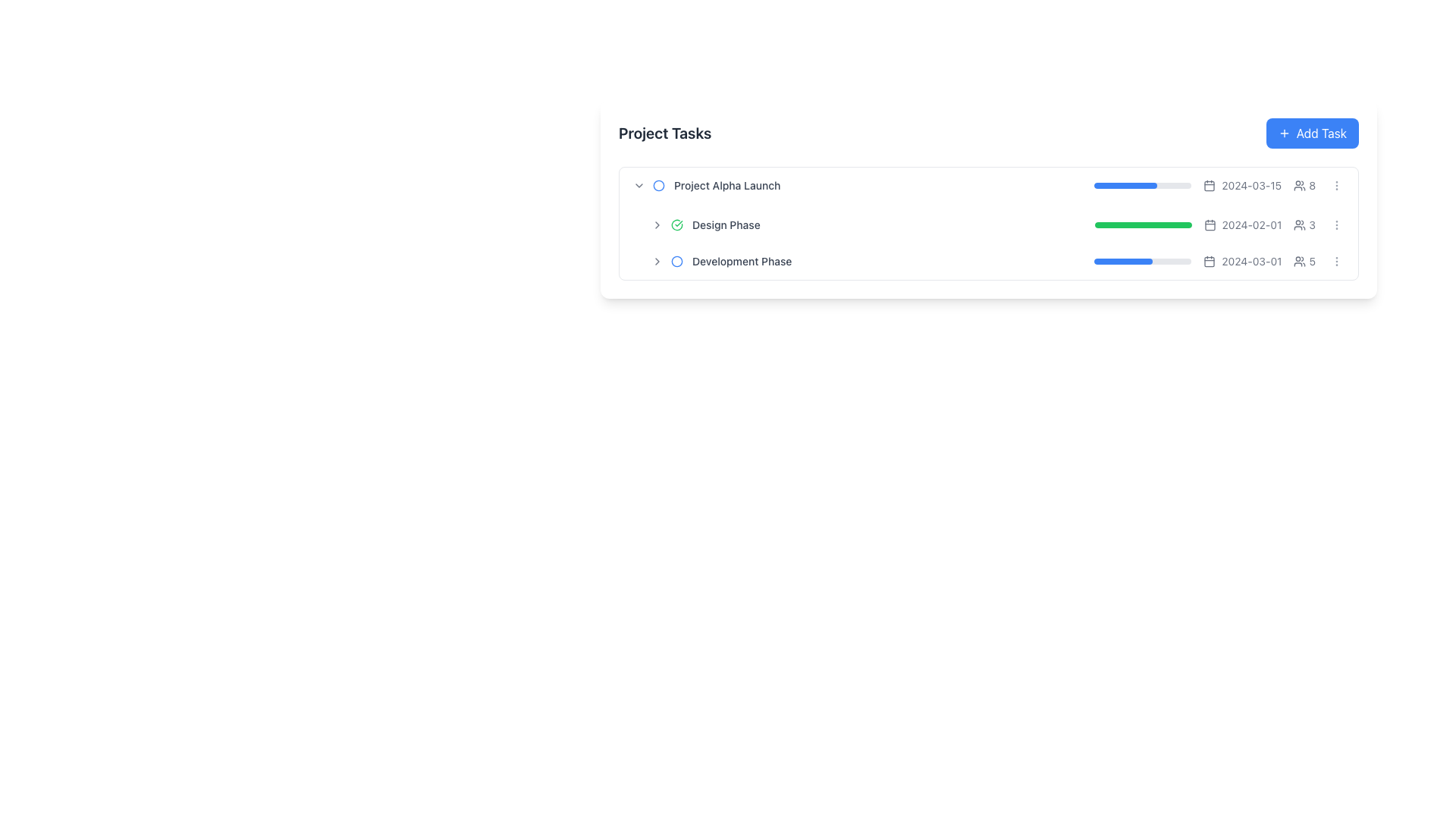 The image size is (1456, 819). What do you see at coordinates (725, 225) in the screenshot?
I see `the Text label that indicates a task related to the design phase in the project management context, positioned to the right of a completion icon and part of a hierarchical list under 'Project Alpha Launch'` at bounding box center [725, 225].